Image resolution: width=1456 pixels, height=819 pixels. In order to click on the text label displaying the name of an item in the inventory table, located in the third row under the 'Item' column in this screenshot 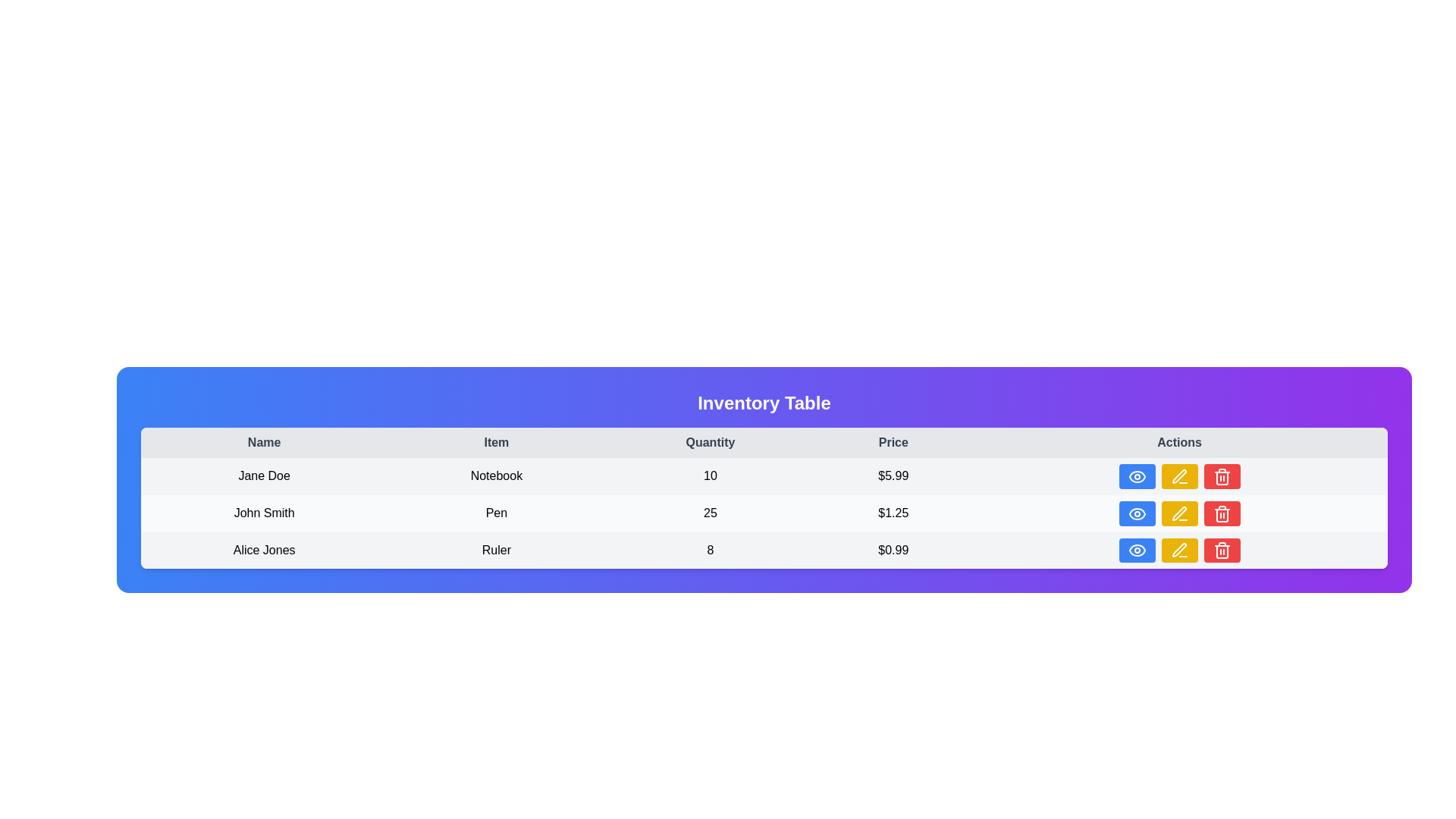, I will do `click(496, 550)`.